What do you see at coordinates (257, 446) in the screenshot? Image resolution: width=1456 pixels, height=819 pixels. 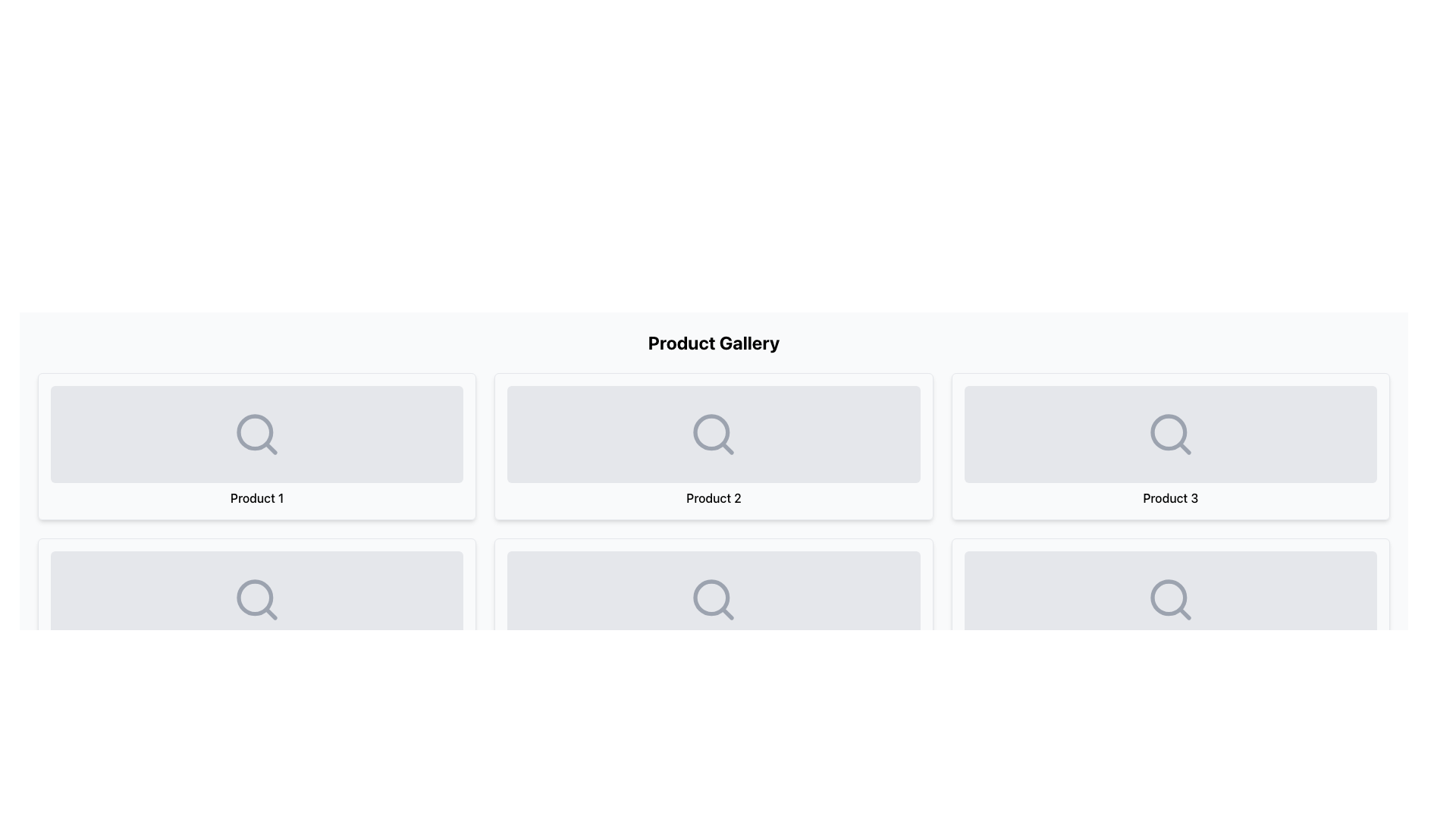 I see `the first card in the grid layout, which features a gray placeholder area with a magnifying glass icon and a text area labeled 'Product 1'` at bounding box center [257, 446].